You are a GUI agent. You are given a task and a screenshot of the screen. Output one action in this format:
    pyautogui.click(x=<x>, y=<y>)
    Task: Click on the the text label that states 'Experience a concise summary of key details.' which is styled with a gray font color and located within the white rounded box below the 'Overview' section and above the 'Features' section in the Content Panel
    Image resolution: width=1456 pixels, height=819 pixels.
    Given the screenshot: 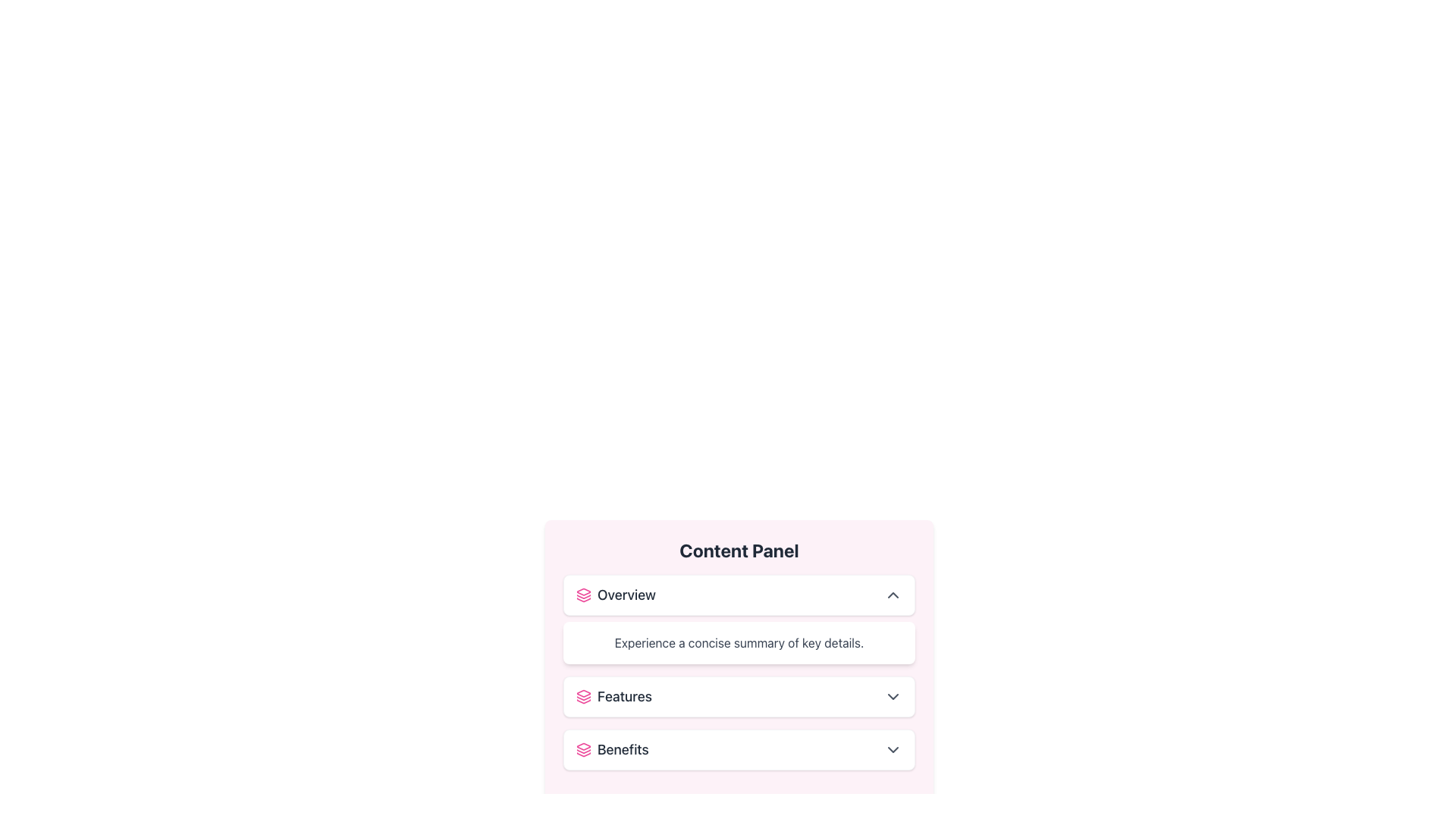 What is the action you would take?
    pyautogui.click(x=739, y=643)
    